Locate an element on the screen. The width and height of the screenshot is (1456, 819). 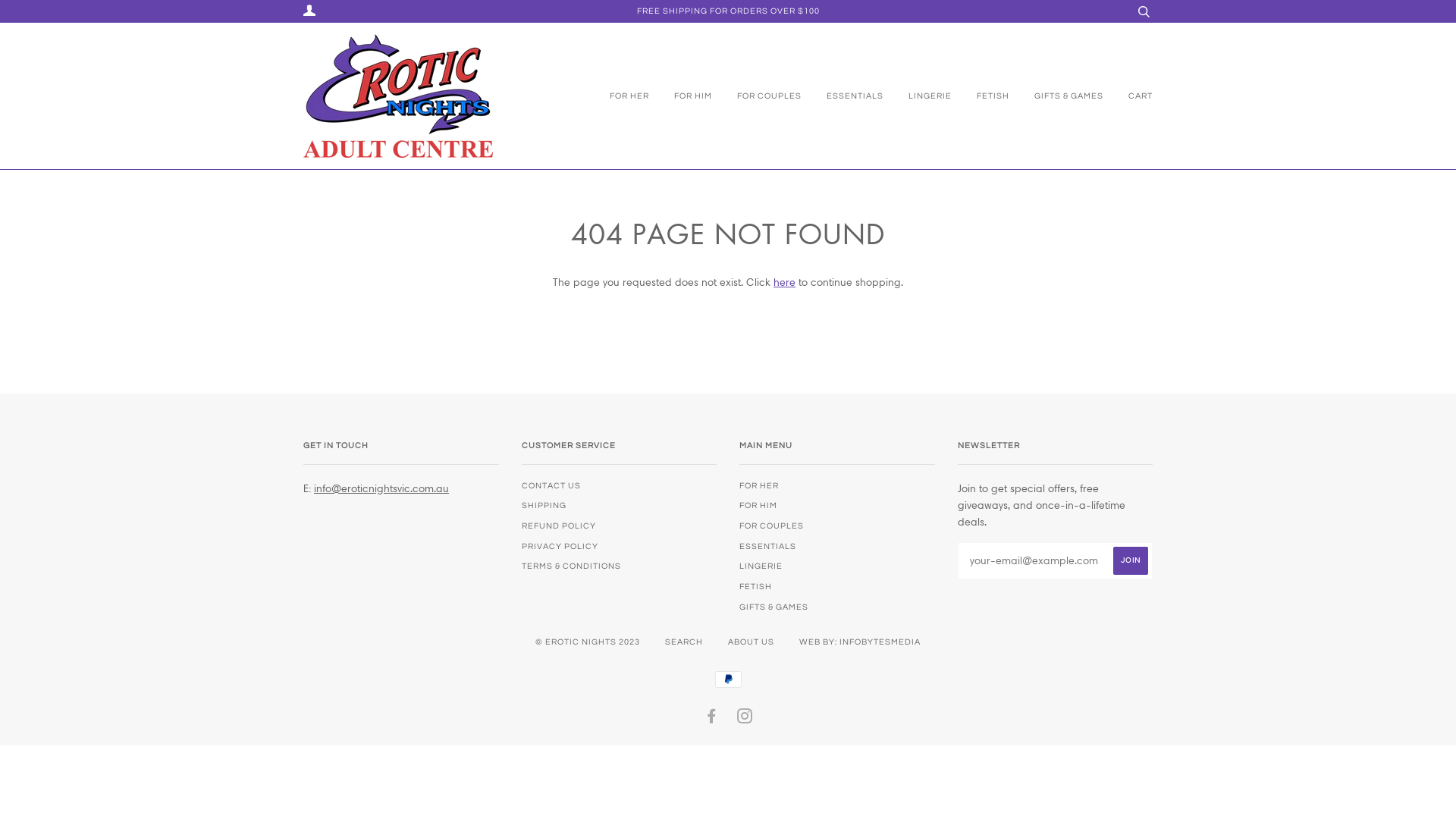
'CONTACT US' is located at coordinates (550, 485).